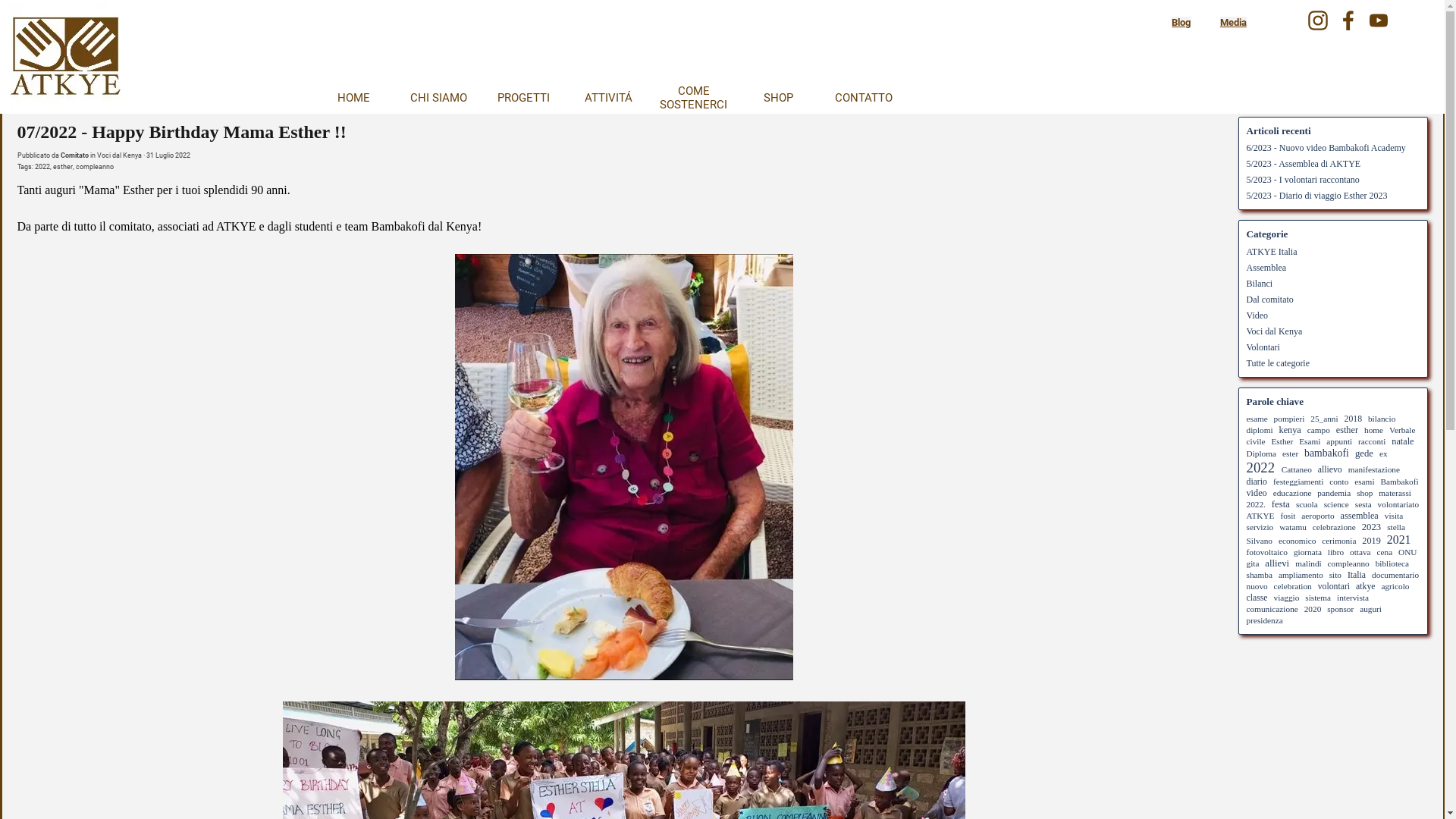 Image resolution: width=1456 pixels, height=819 pixels. I want to click on 'Bilanci', so click(1260, 283).